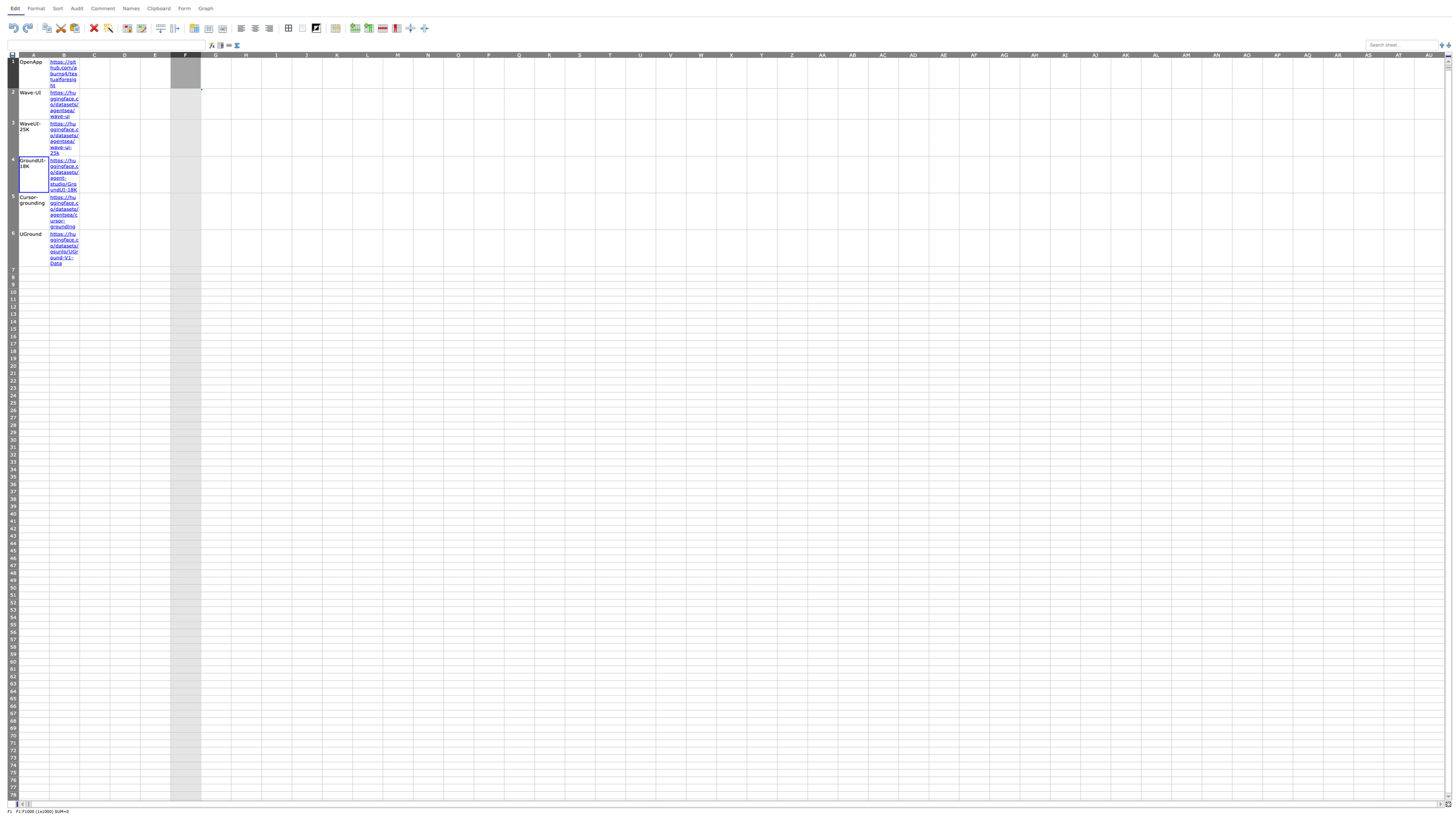 The image size is (1456, 819). I want to click on Activate column H, so click(246, 54).